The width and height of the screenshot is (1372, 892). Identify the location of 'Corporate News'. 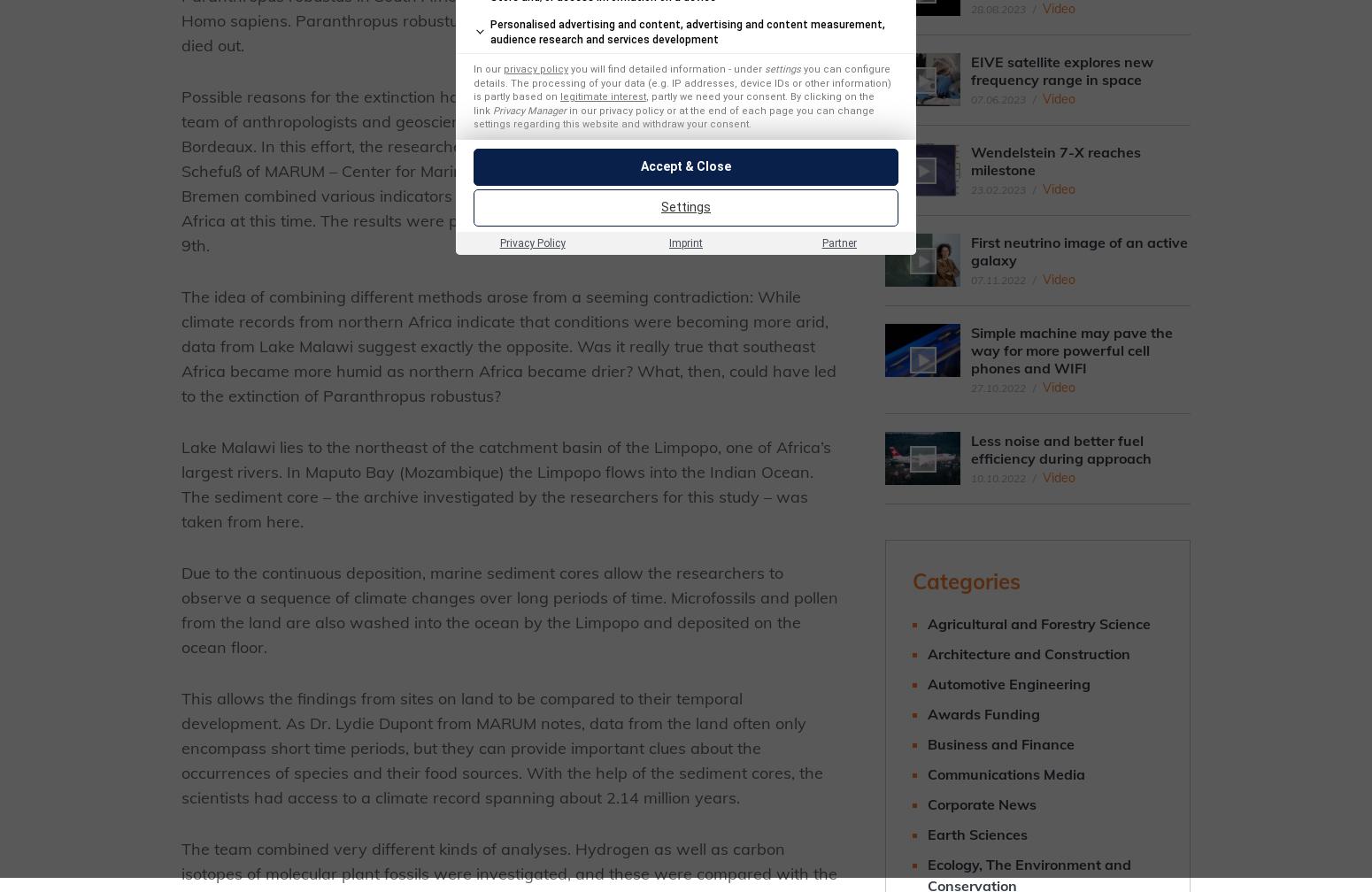
(927, 804).